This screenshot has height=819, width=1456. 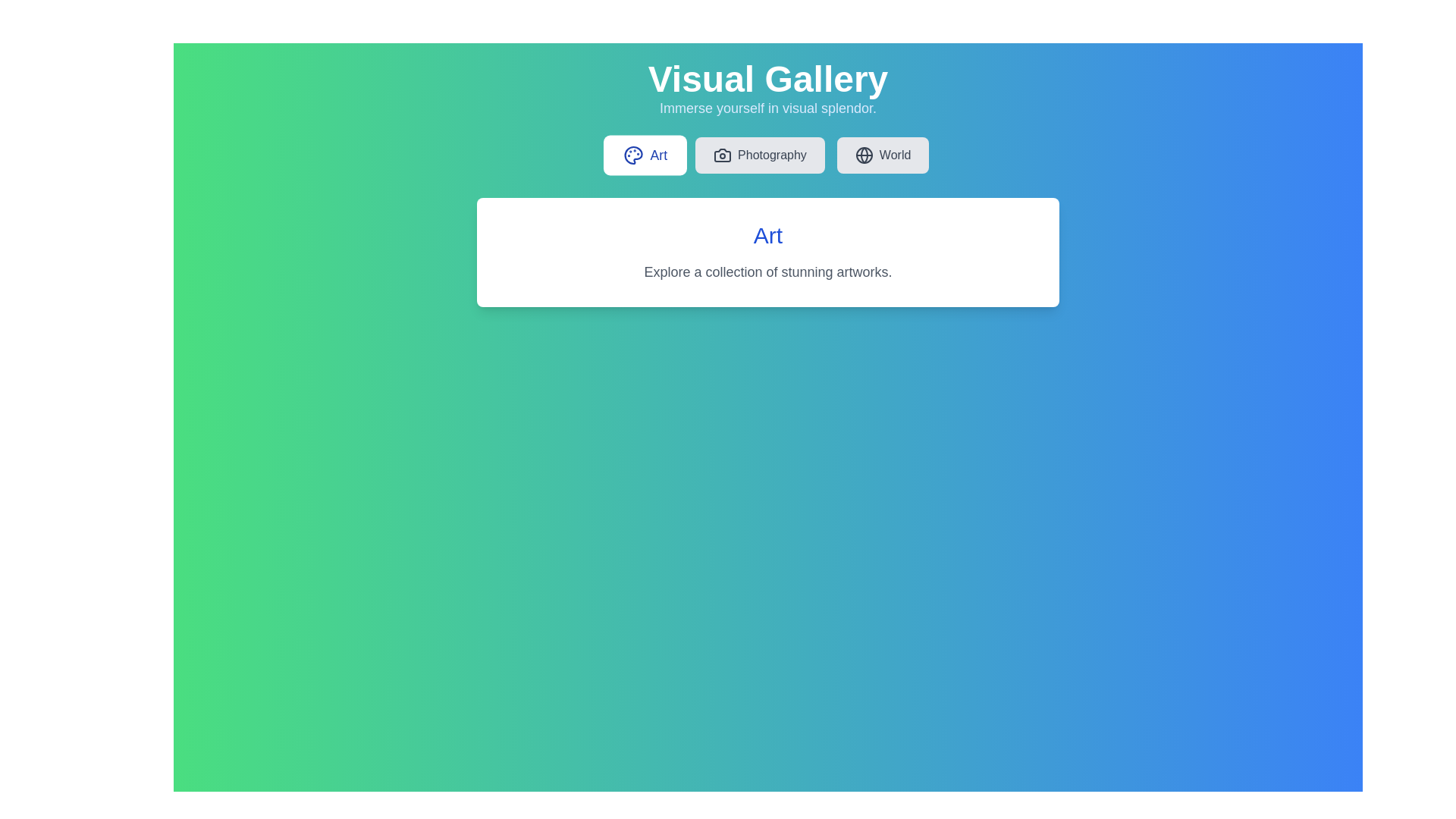 What do you see at coordinates (645, 155) in the screenshot?
I see `the navigation button labeled Art` at bounding box center [645, 155].